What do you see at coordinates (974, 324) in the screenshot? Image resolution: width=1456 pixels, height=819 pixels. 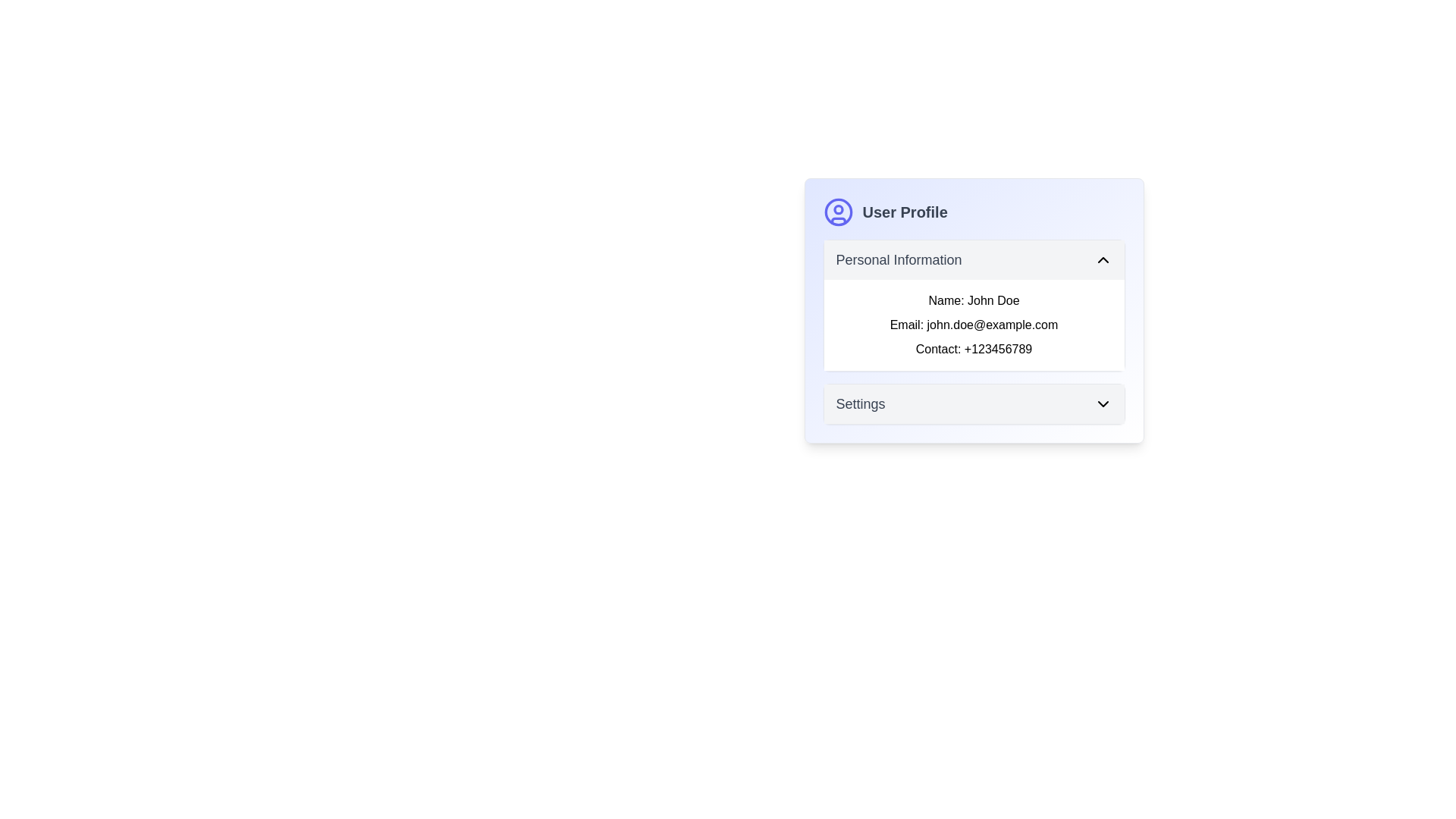 I see `the Text Block element that contains user information, located in the 'Personal Information' section of the 'User Profile' card interface` at bounding box center [974, 324].